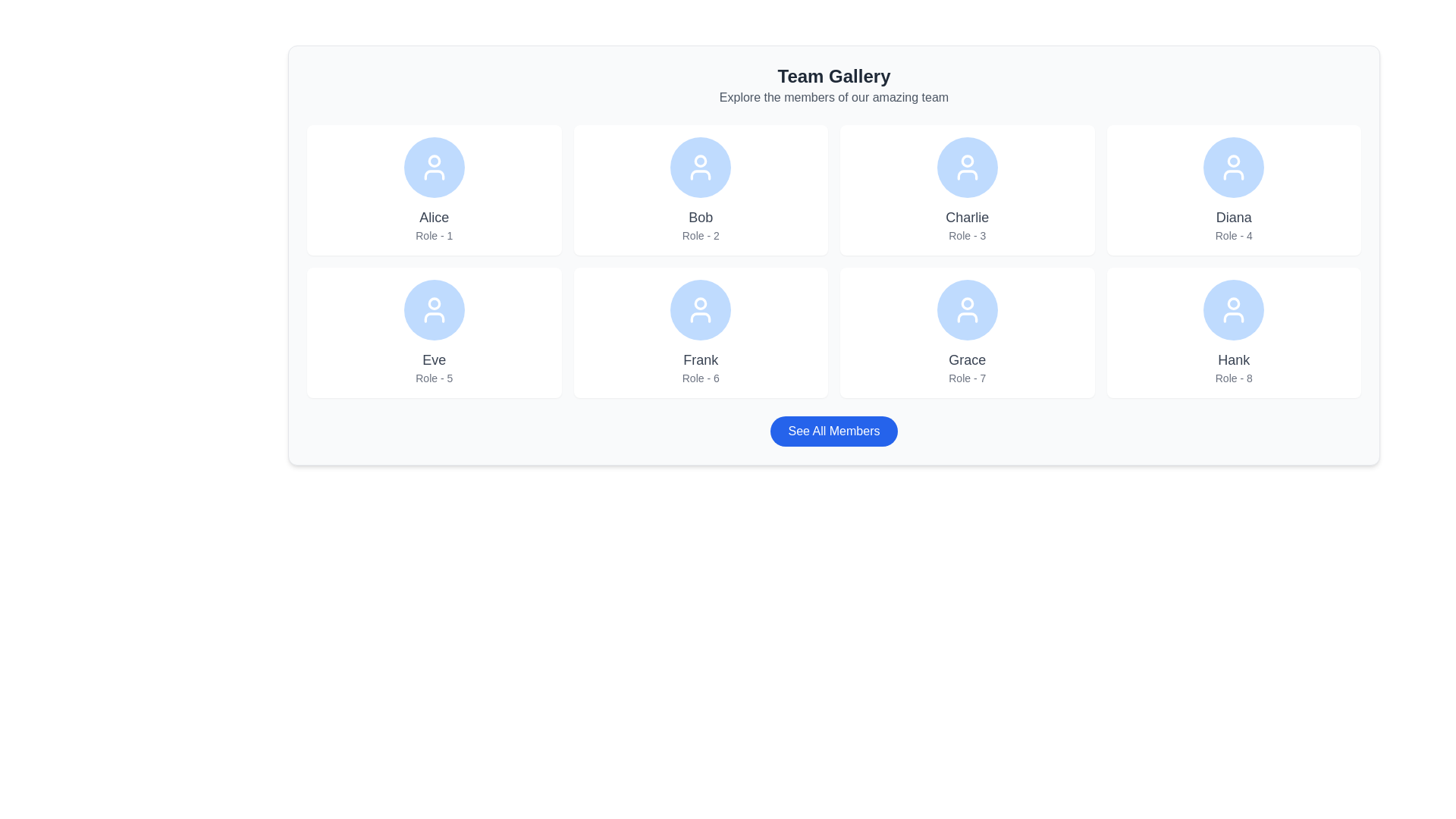  What do you see at coordinates (1234, 317) in the screenshot?
I see `properties of the lower component of the user icon in the 'Hank Role - 8' card, located in the second row and fourth column of the team gallery grid` at bounding box center [1234, 317].